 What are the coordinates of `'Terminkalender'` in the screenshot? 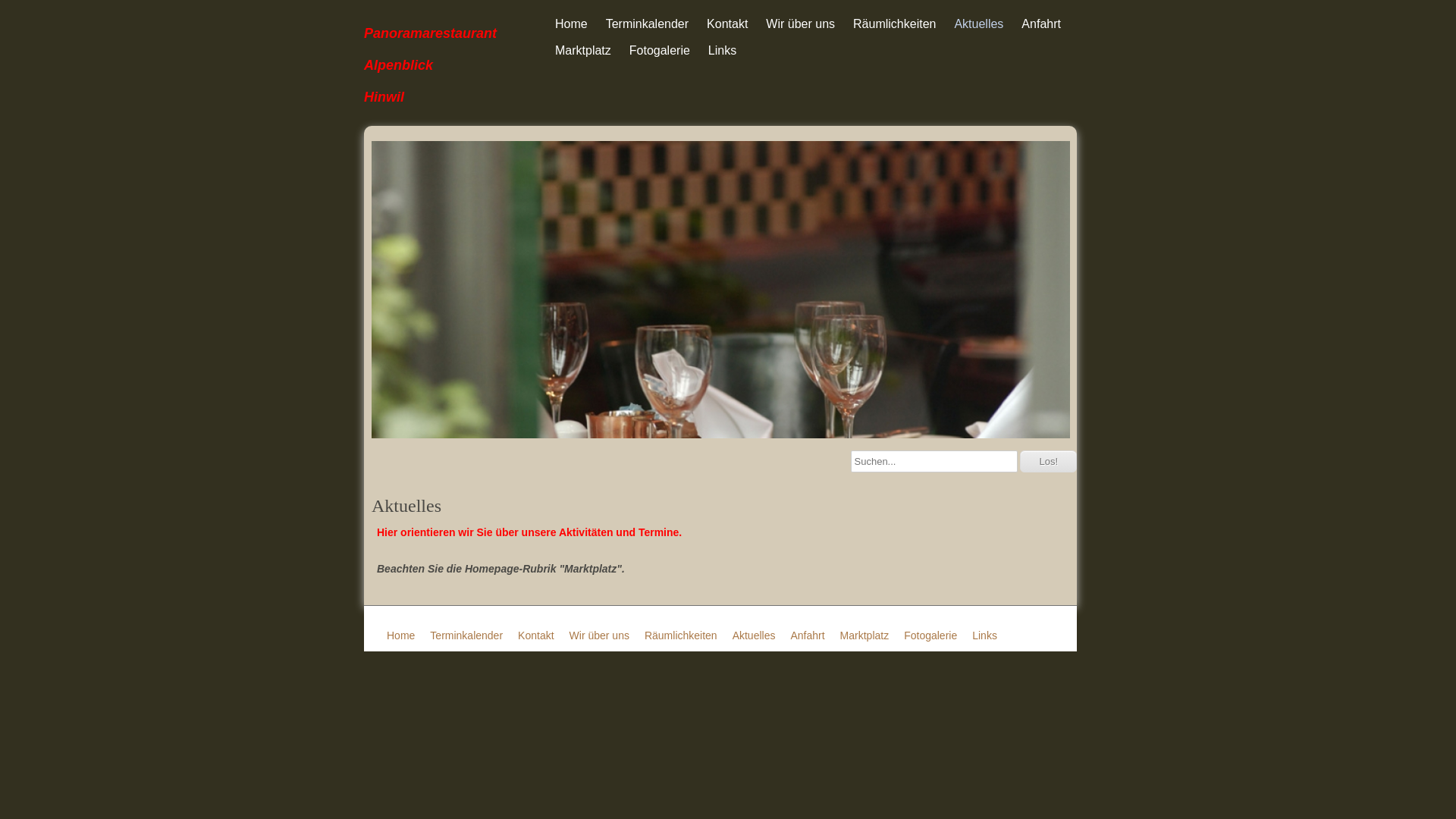 It's located at (647, 24).